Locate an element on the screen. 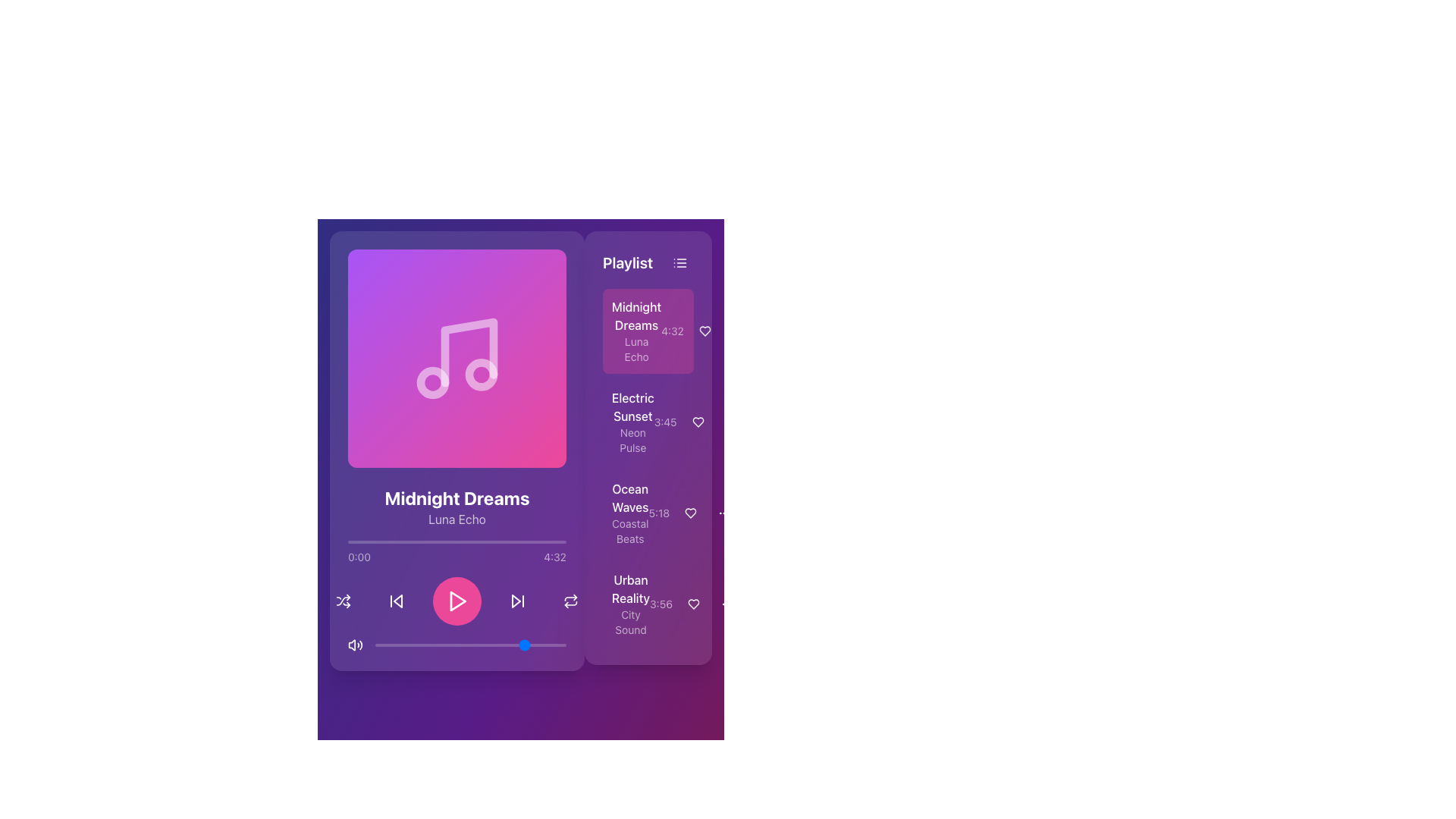 The image size is (1456, 819). the heart icon button located to the right of the 'Midnight Dreams' playlist item to favorite or unfavorite the associated song is located at coordinates (704, 330).